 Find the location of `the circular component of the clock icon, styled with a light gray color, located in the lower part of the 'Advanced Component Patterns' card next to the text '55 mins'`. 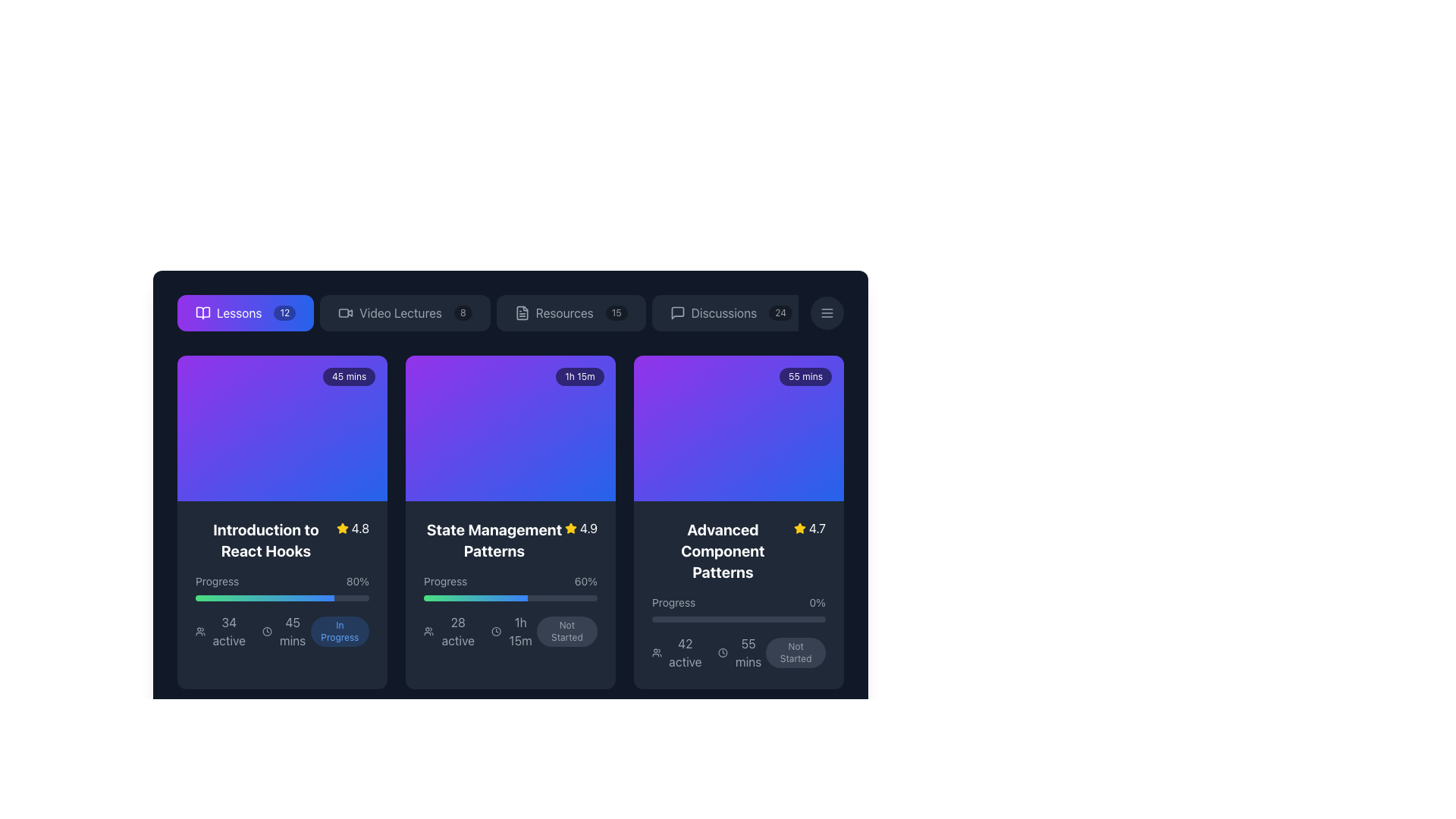

the circular component of the clock icon, styled with a light gray color, located in the lower part of the 'Advanced Component Patterns' card next to the text '55 mins' is located at coordinates (722, 651).